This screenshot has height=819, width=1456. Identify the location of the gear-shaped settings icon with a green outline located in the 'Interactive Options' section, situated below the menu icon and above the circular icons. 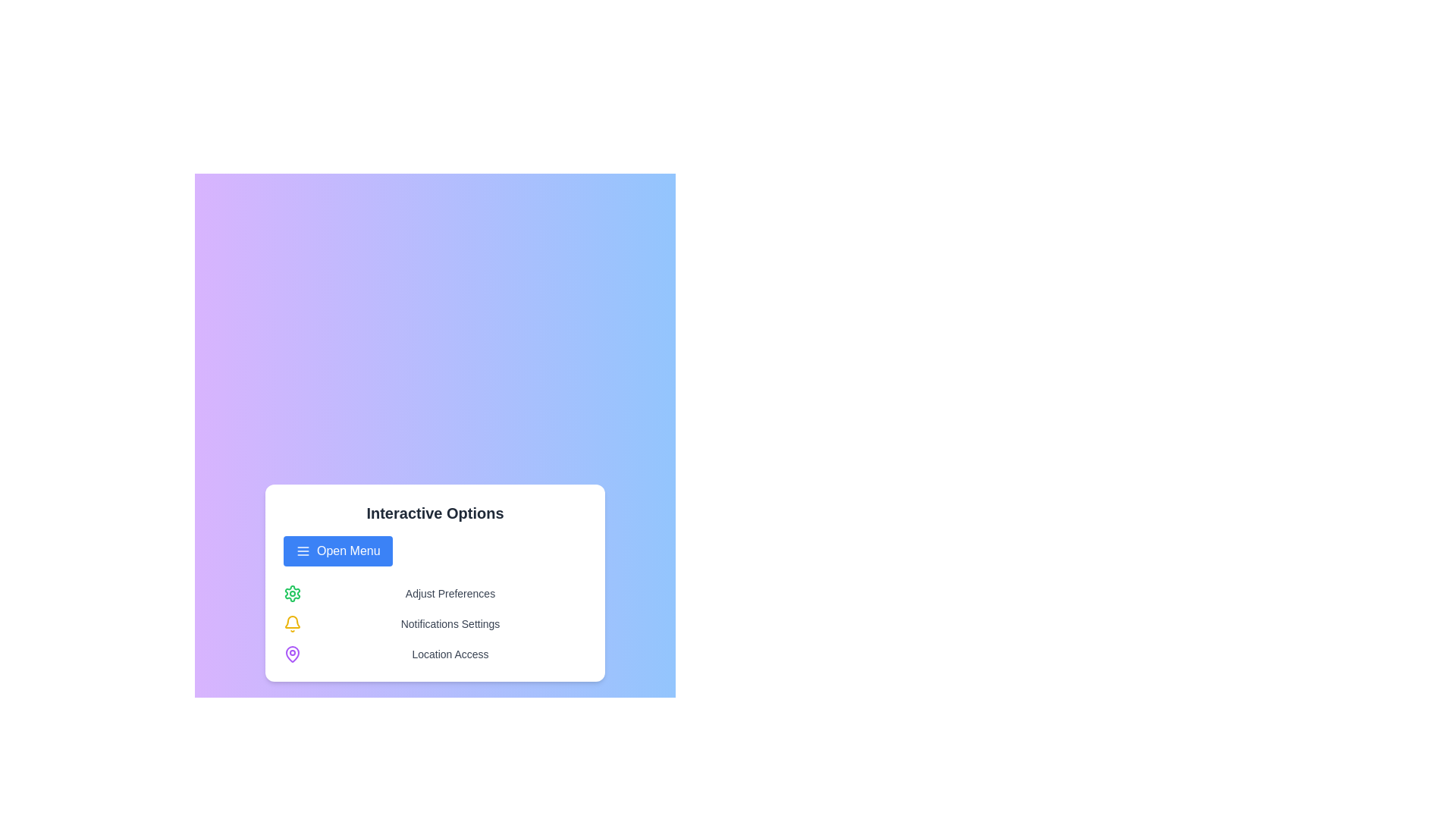
(292, 593).